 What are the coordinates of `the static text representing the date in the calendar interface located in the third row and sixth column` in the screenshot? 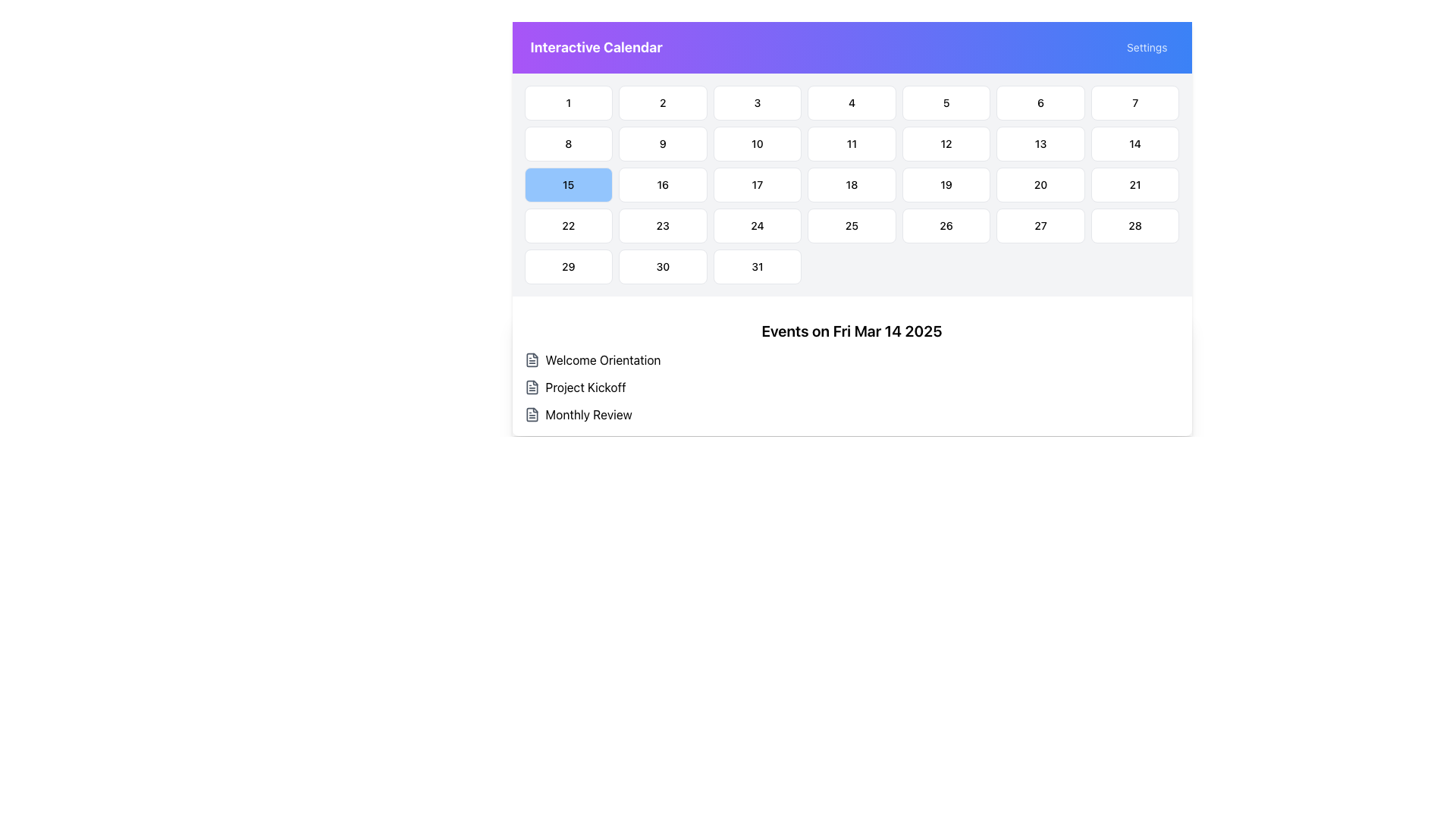 It's located at (852, 184).